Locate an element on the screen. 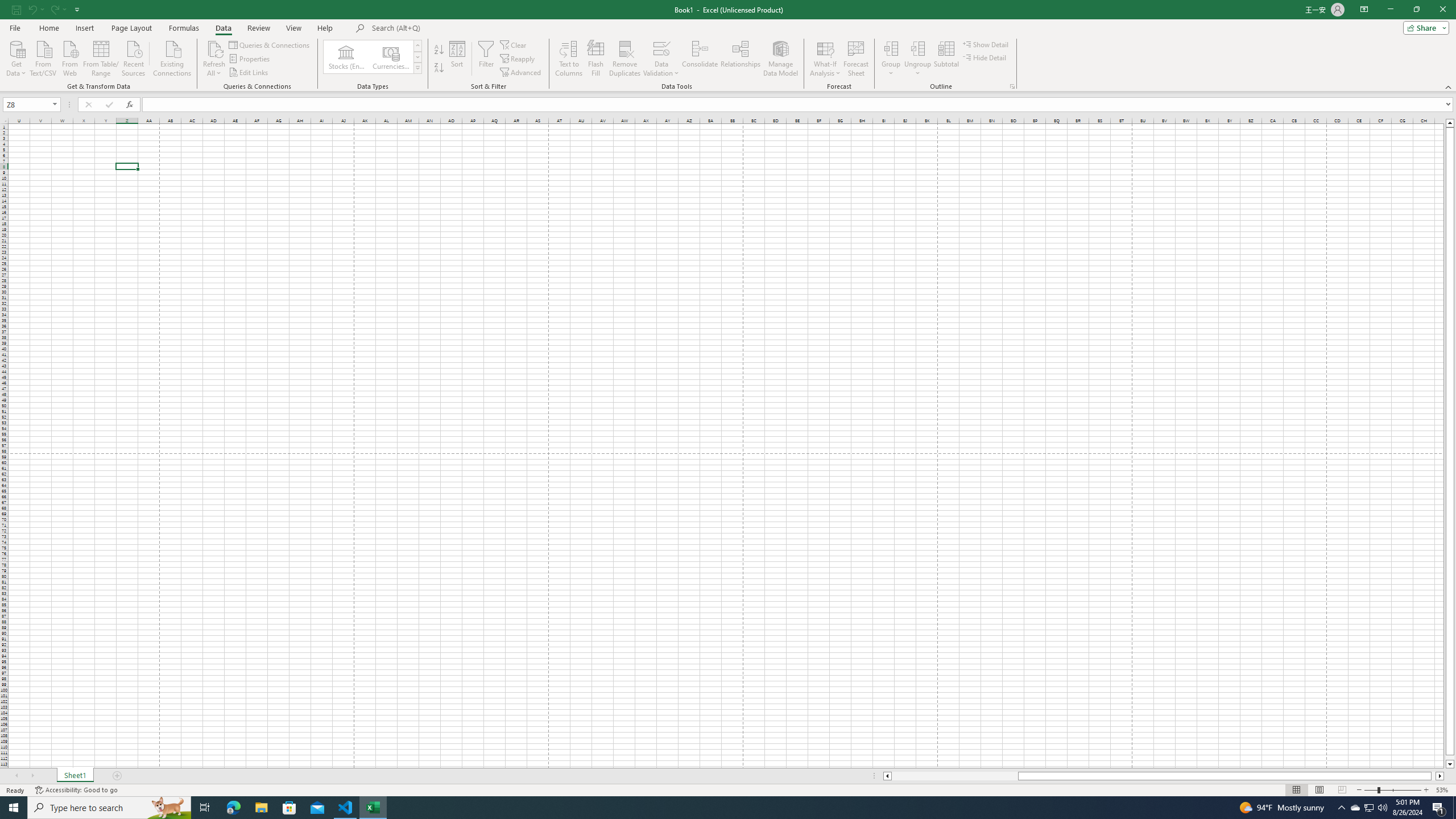 The image size is (1456, 819). 'Filter' is located at coordinates (486, 59).